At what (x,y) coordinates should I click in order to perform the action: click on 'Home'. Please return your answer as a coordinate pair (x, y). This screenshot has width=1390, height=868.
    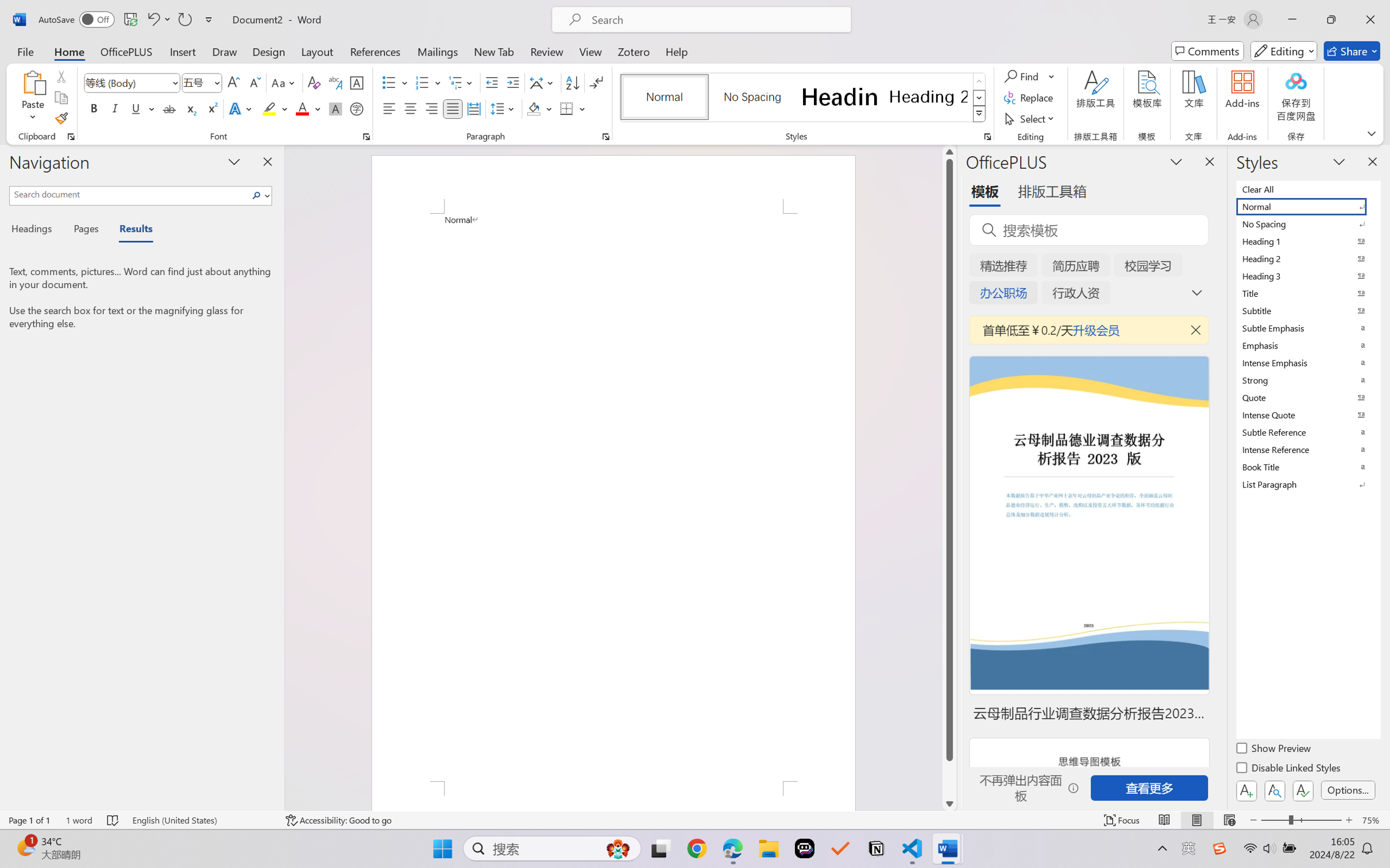
    Looking at the image, I should click on (69, 51).